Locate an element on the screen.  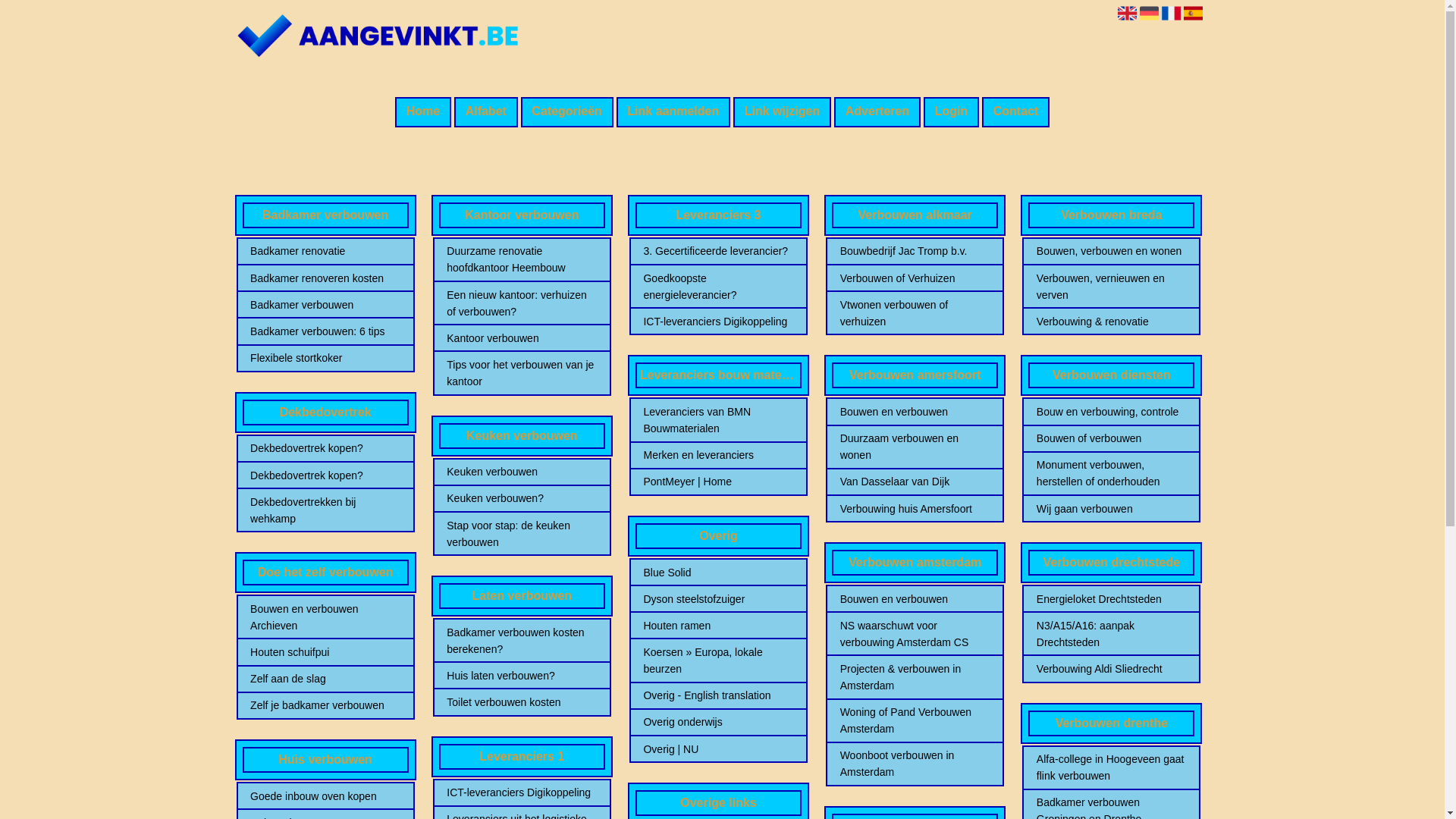
'Merken en leveranciers' is located at coordinates (717, 454).